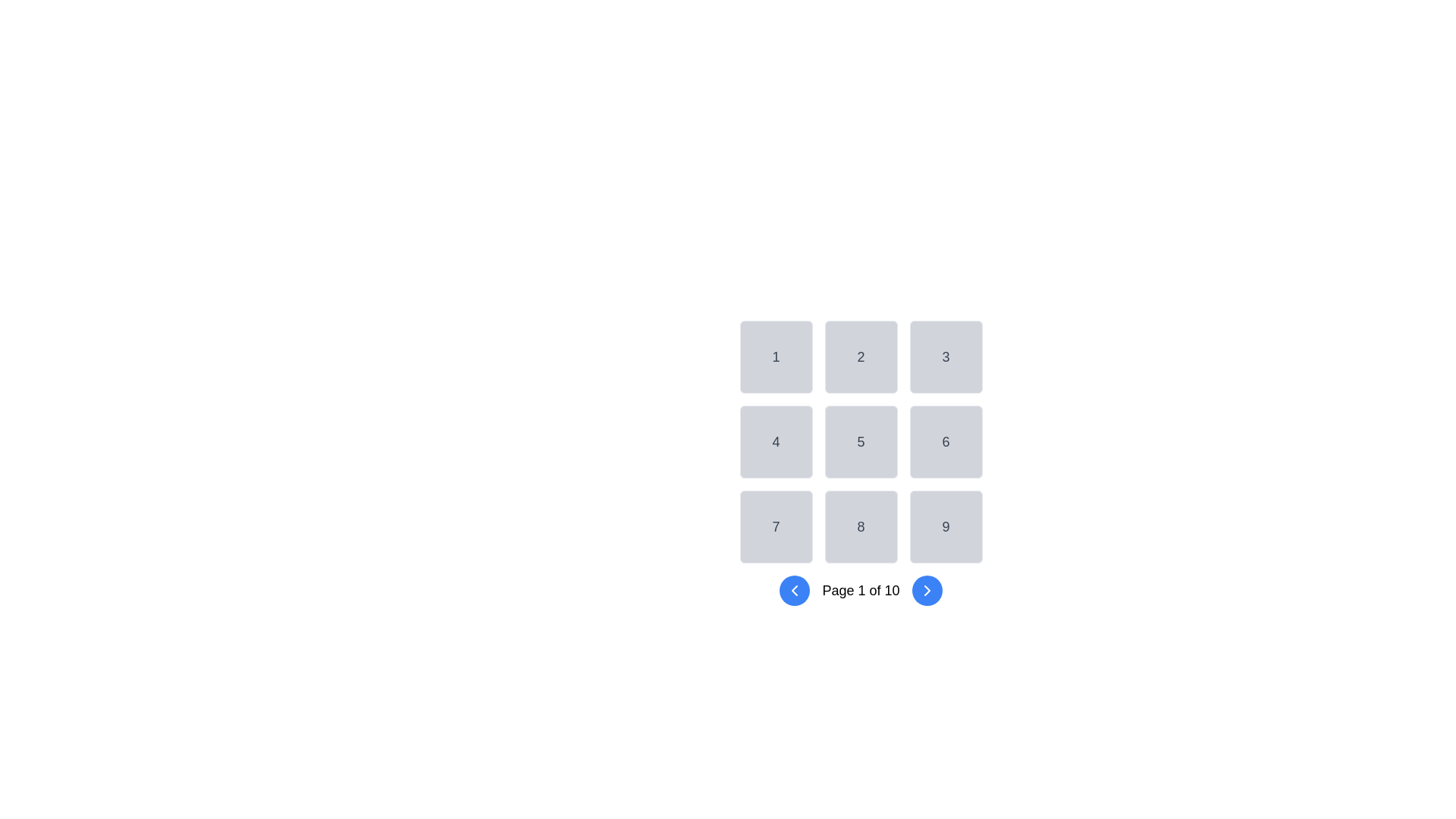  I want to click on the interactive navigational arrow icon component, which is a left-pointing arrow inside a blue circular button located at the bottom left of the pagination section, so click(794, 590).